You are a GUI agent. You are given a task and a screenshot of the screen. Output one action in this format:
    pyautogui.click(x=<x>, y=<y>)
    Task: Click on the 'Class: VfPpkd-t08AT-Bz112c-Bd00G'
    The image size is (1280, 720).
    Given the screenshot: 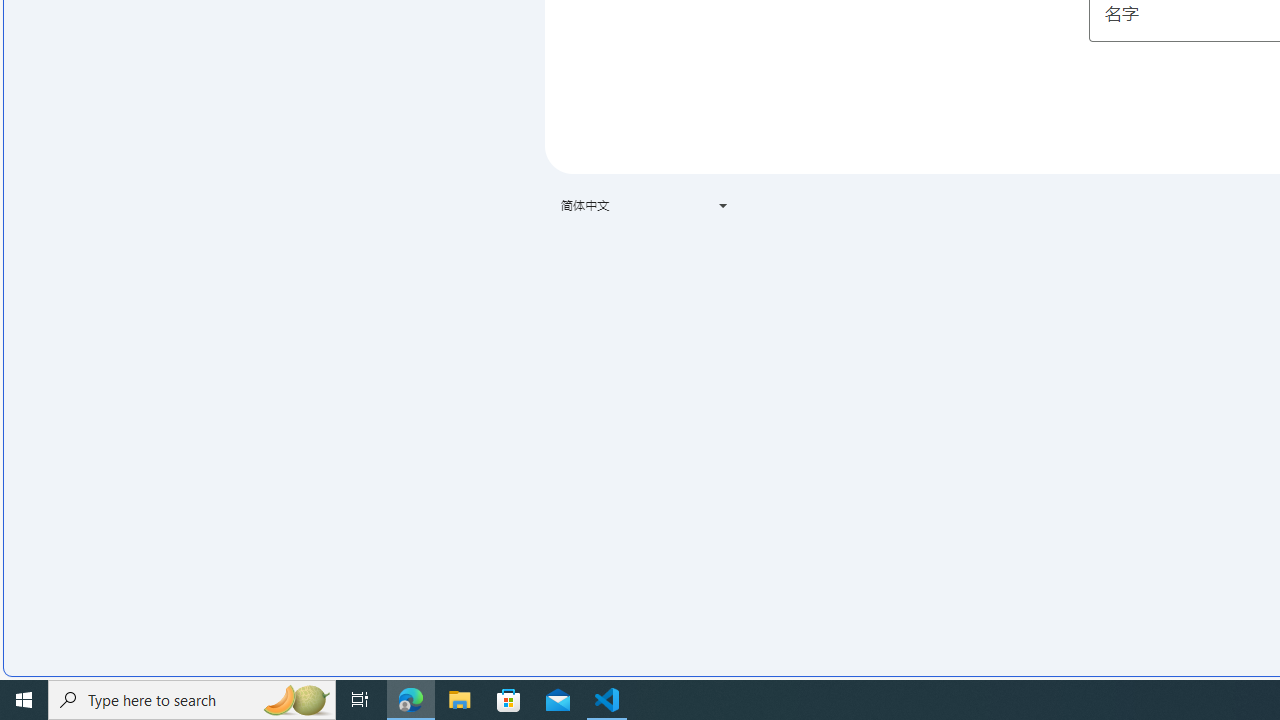 What is the action you would take?
    pyautogui.click(x=722, y=205)
    